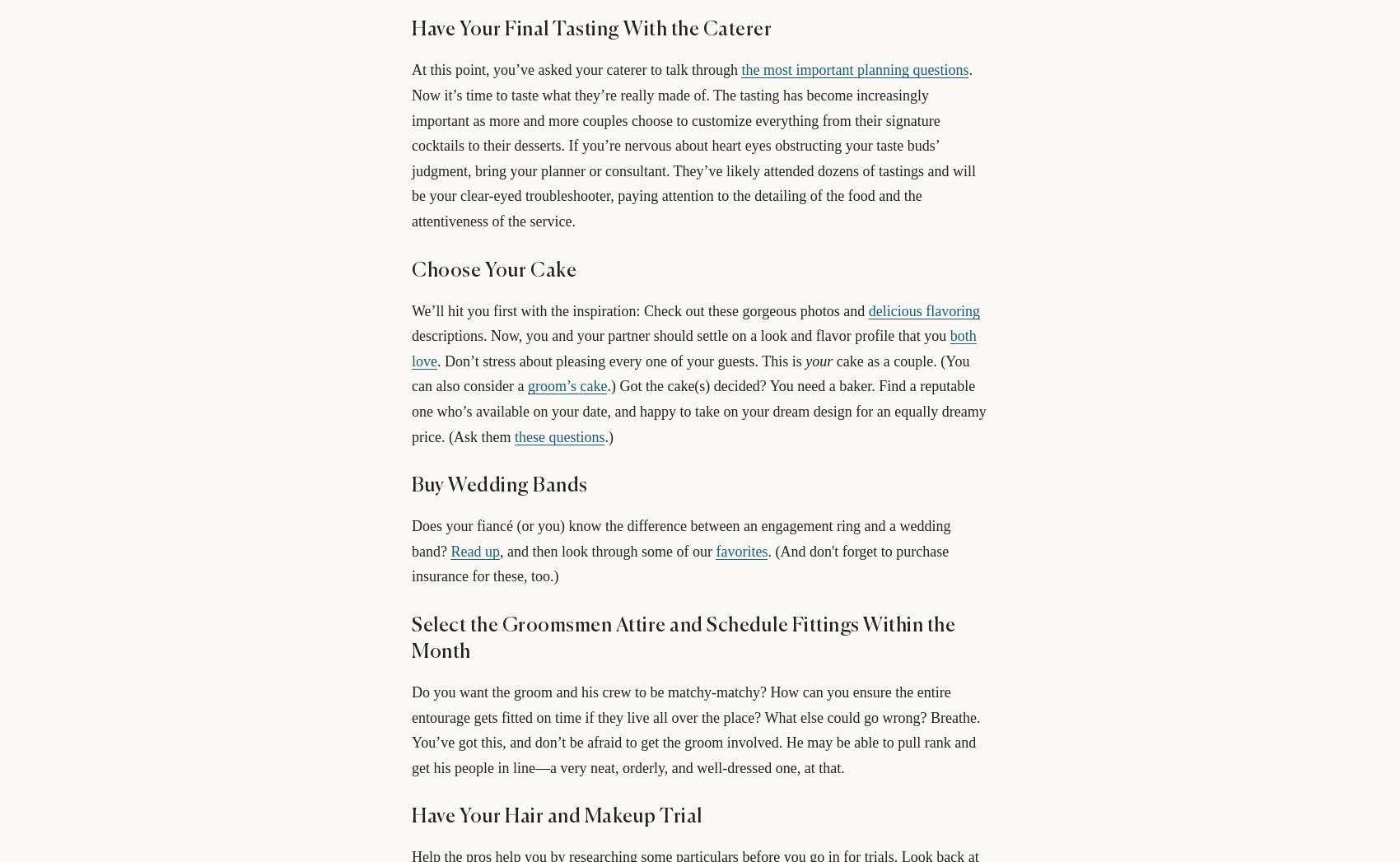  I want to click on 'cake as a couple. (You can also consider a', so click(689, 373).